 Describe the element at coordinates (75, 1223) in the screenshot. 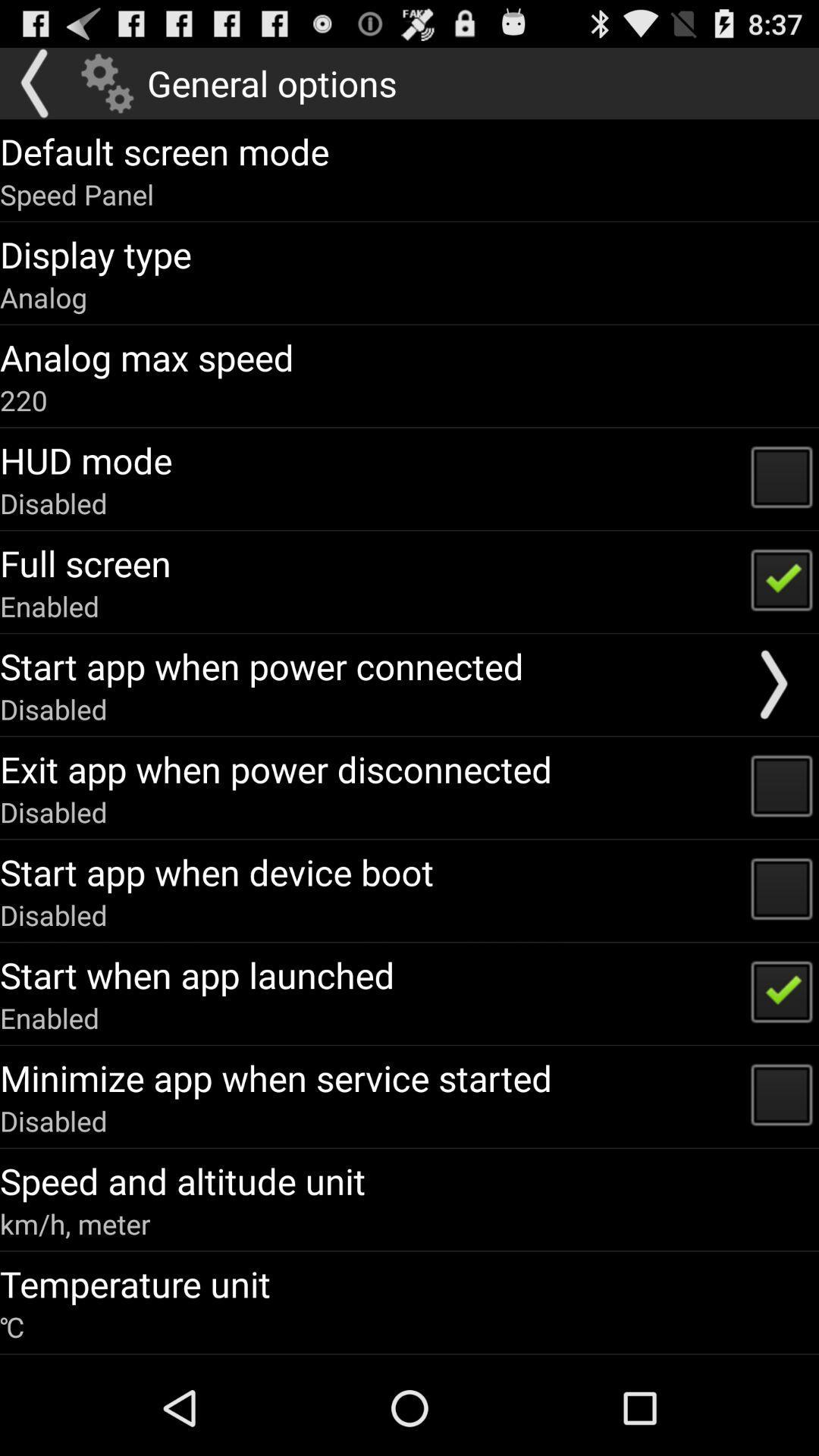

I see `km/h, meter icon` at that location.